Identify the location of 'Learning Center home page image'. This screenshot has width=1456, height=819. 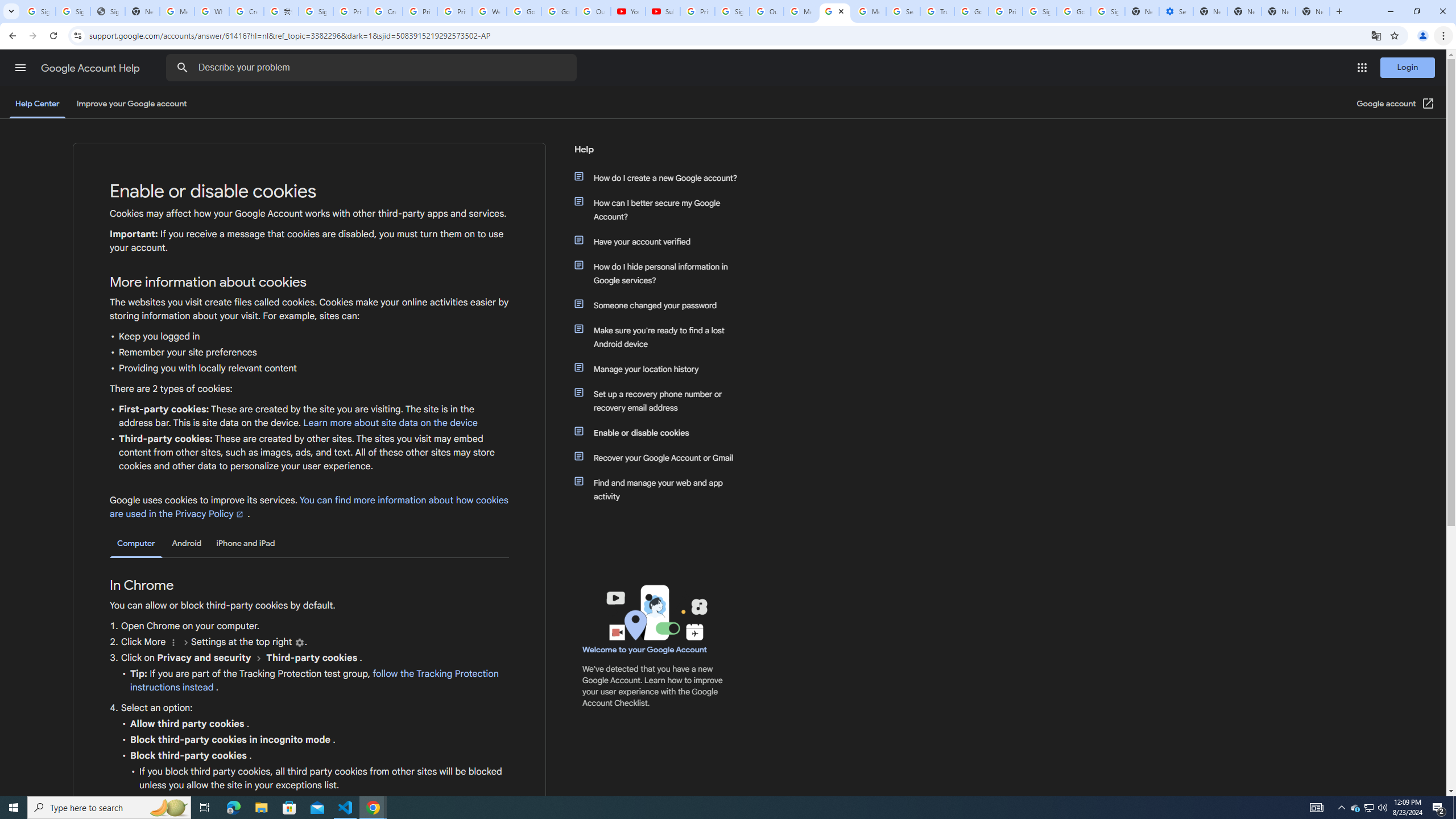
(655, 612).